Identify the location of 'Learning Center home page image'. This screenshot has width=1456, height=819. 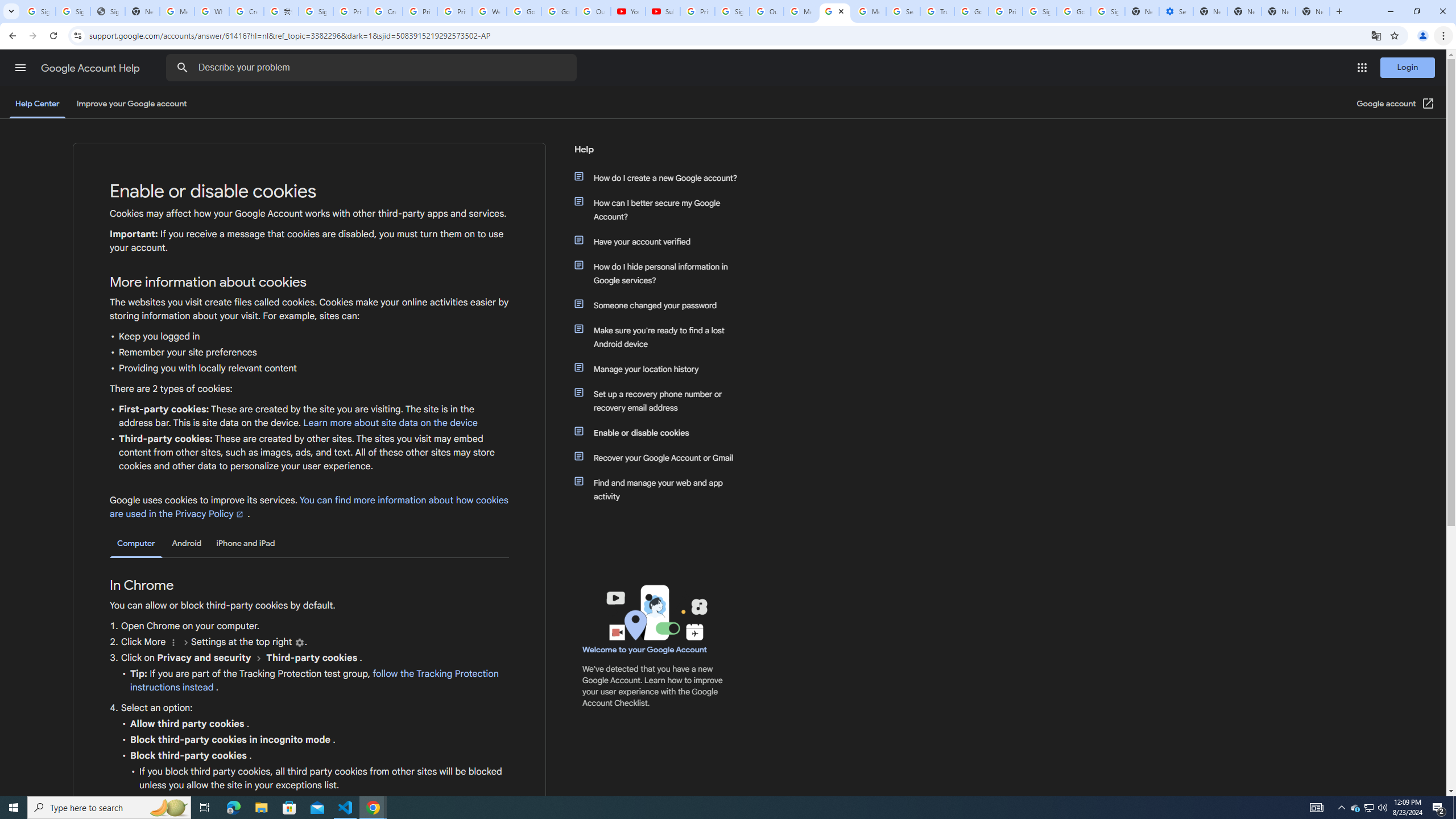
(655, 612).